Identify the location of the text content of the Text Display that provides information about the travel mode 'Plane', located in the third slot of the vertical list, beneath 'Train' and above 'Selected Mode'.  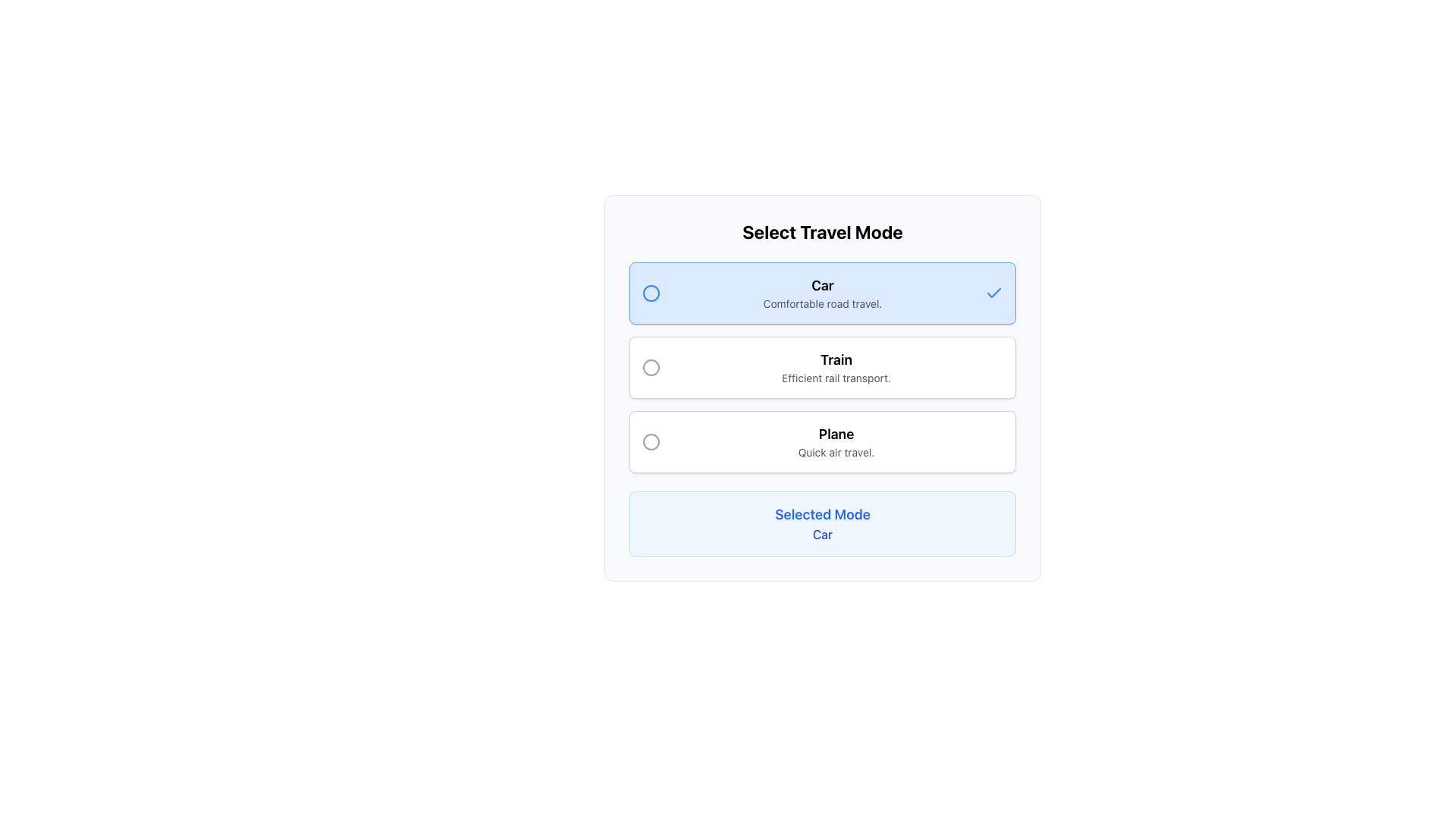
(836, 441).